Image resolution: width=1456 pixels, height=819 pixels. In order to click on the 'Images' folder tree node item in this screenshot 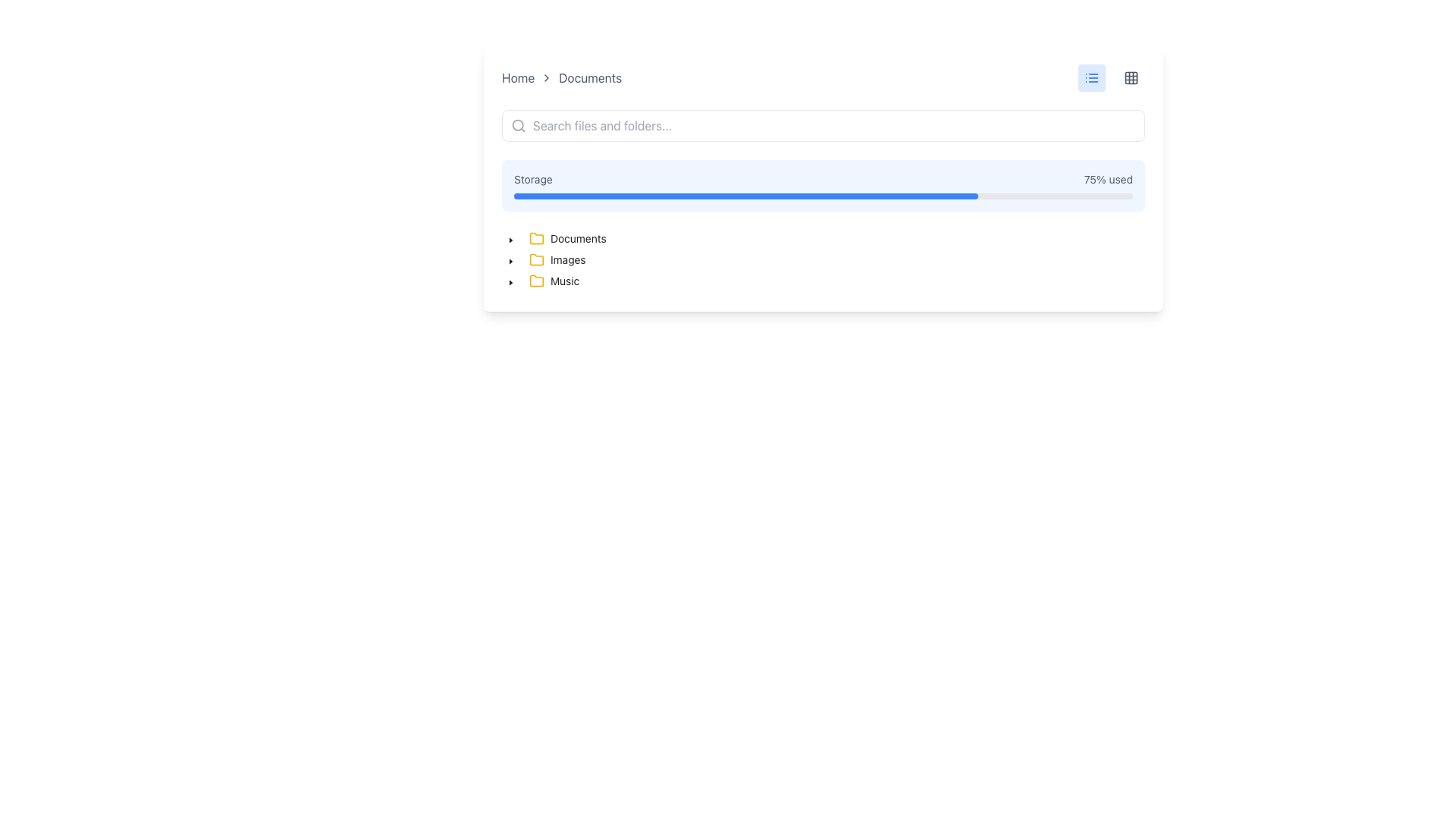, I will do `click(557, 259)`.